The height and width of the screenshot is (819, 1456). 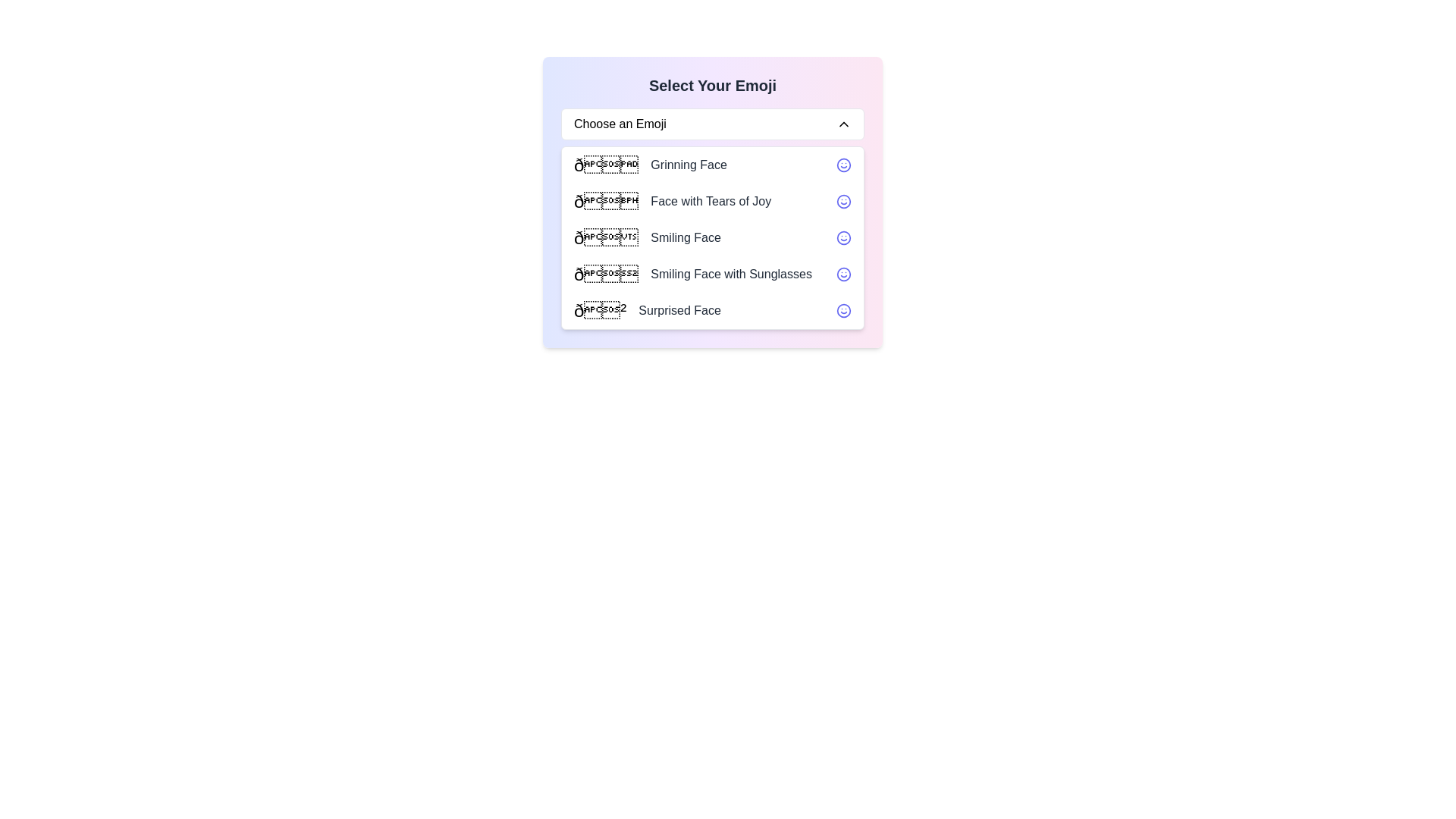 What do you see at coordinates (599, 309) in the screenshot?
I see `the emoji icon representing 'Surprised Face' in the emoji selection dropdown` at bounding box center [599, 309].